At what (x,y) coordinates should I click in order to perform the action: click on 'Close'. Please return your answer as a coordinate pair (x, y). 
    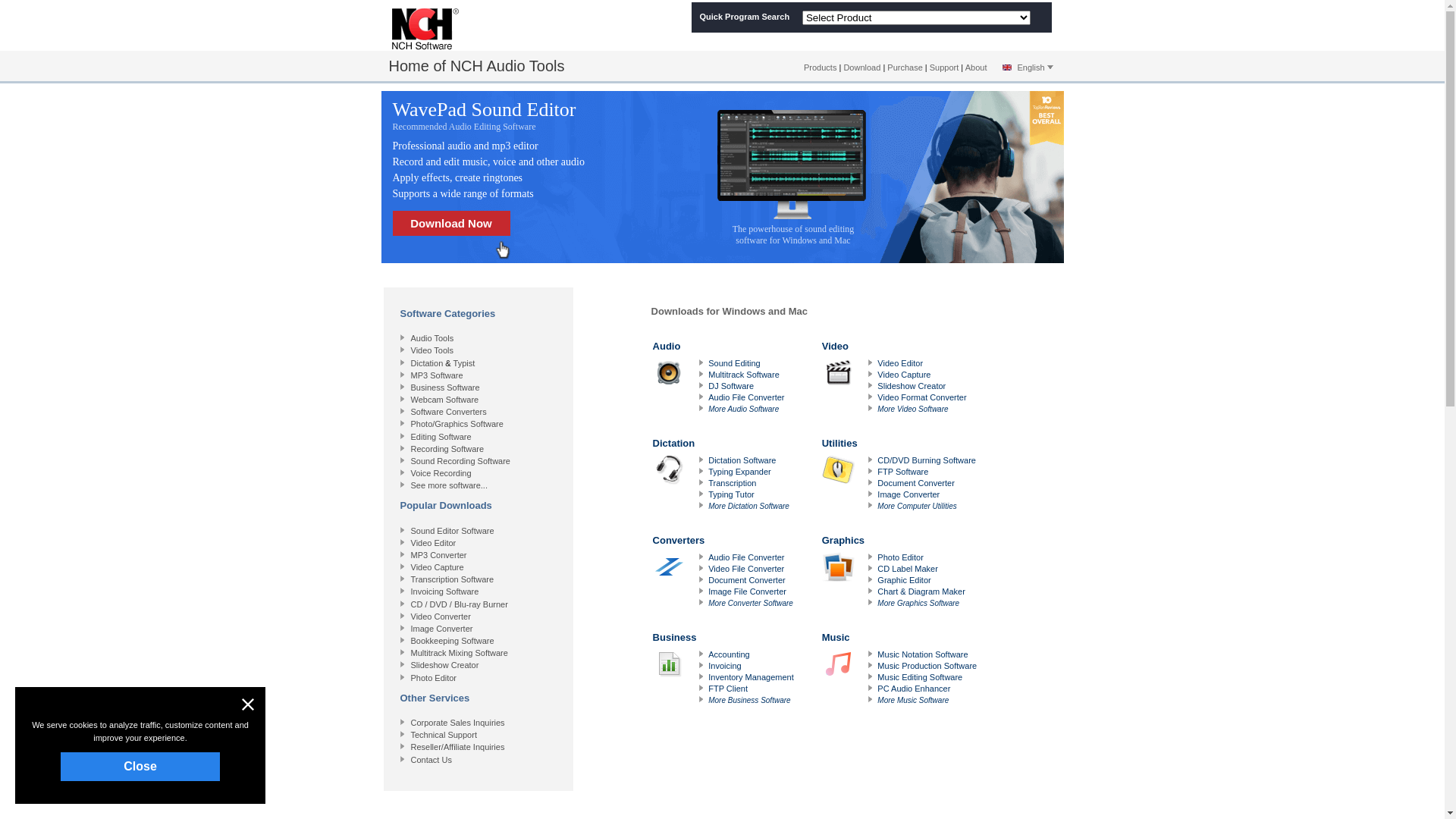
    Looking at the image, I should click on (140, 766).